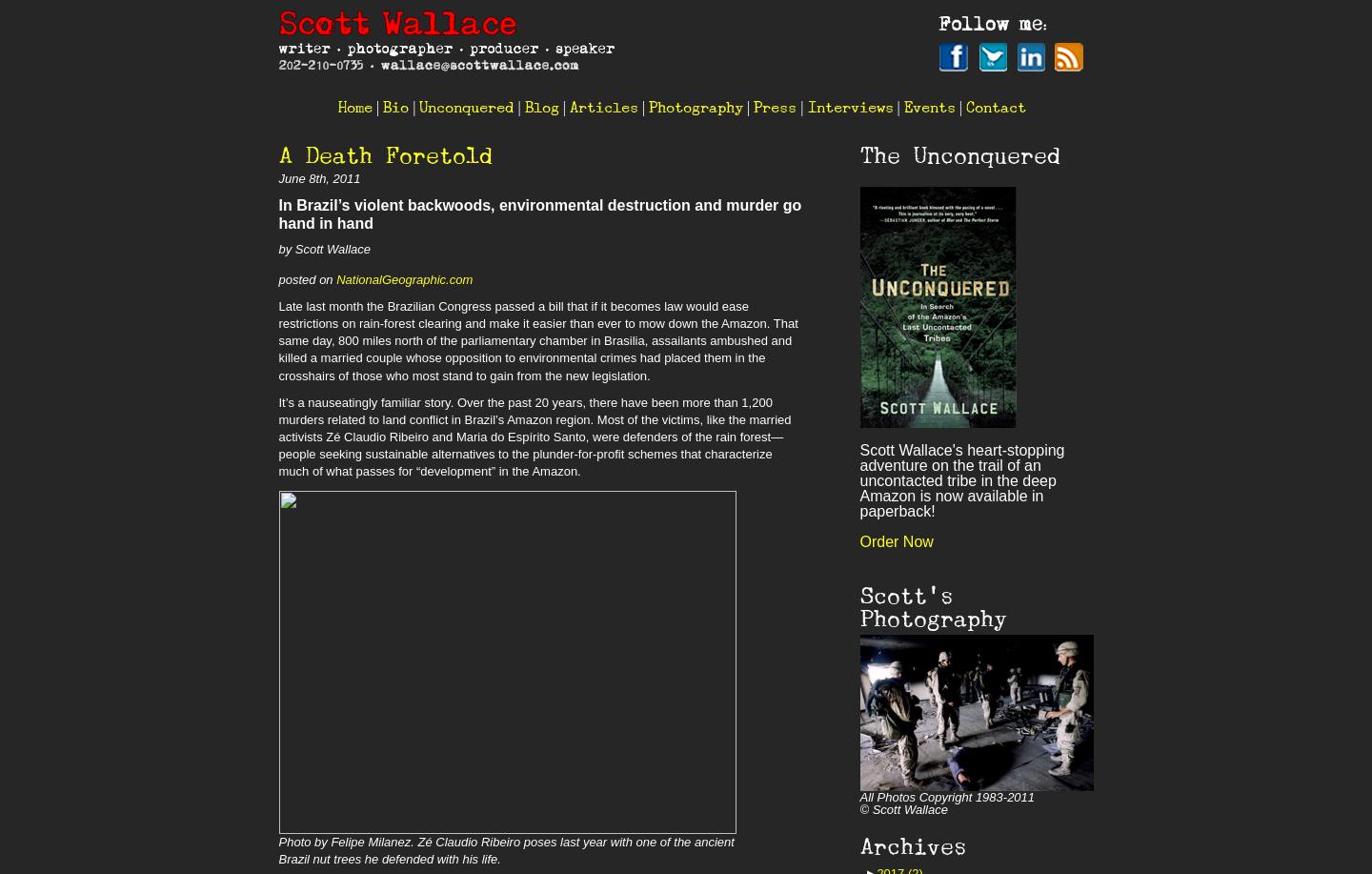  What do you see at coordinates (960, 479) in the screenshot?
I see `'Scott Wallace's heart-stopping adventure on the trail of an uncontacted tribe in the deep Amazon is now available in paperback!'` at bounding box center [960, 479].